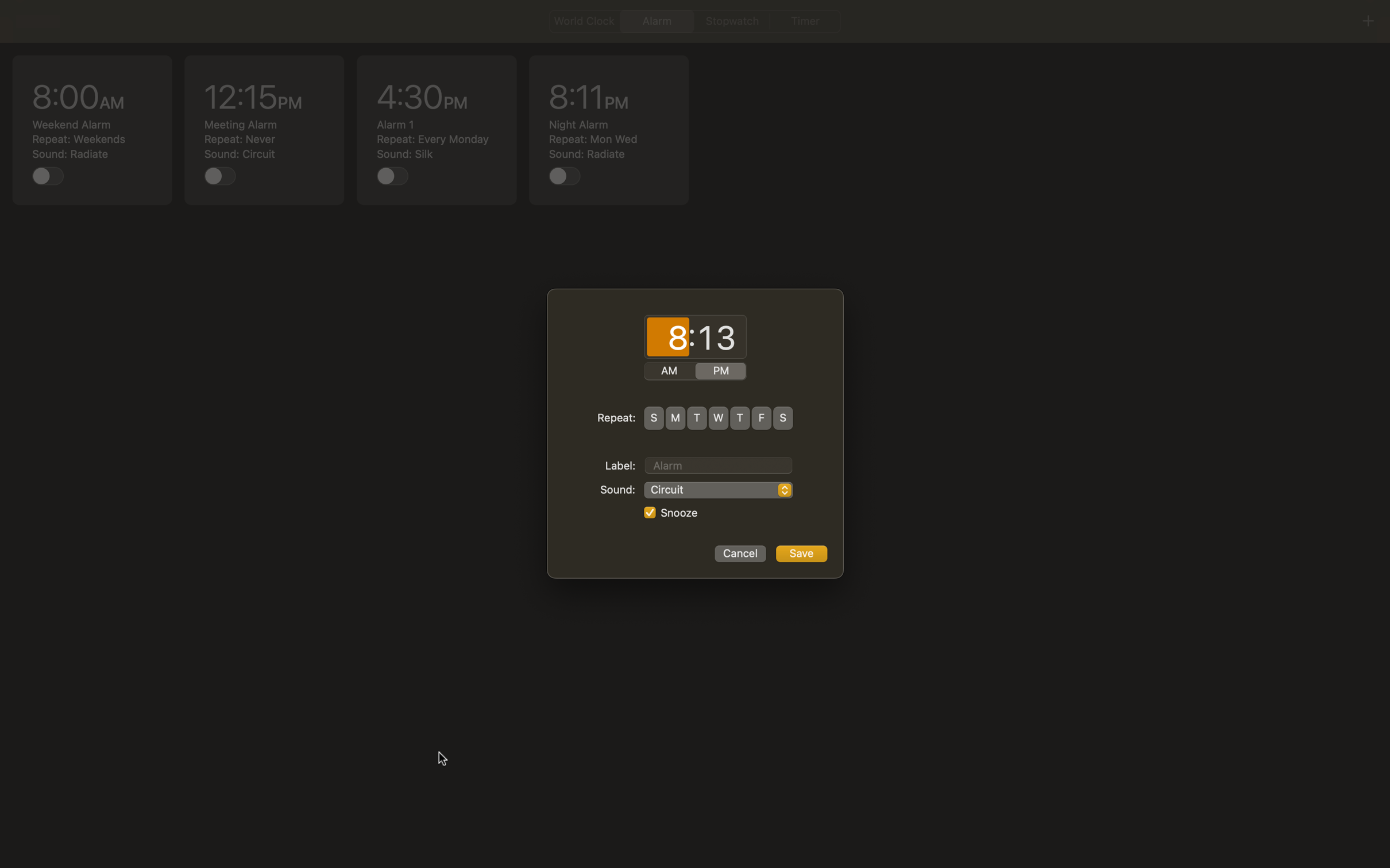 The width and height of the screenshot is (1390, 868). What do you see at coordinates (718, 463) in the screenshot?
I see `Assign the alarm name as "Important Meeting` at bounding box center [718, 463].